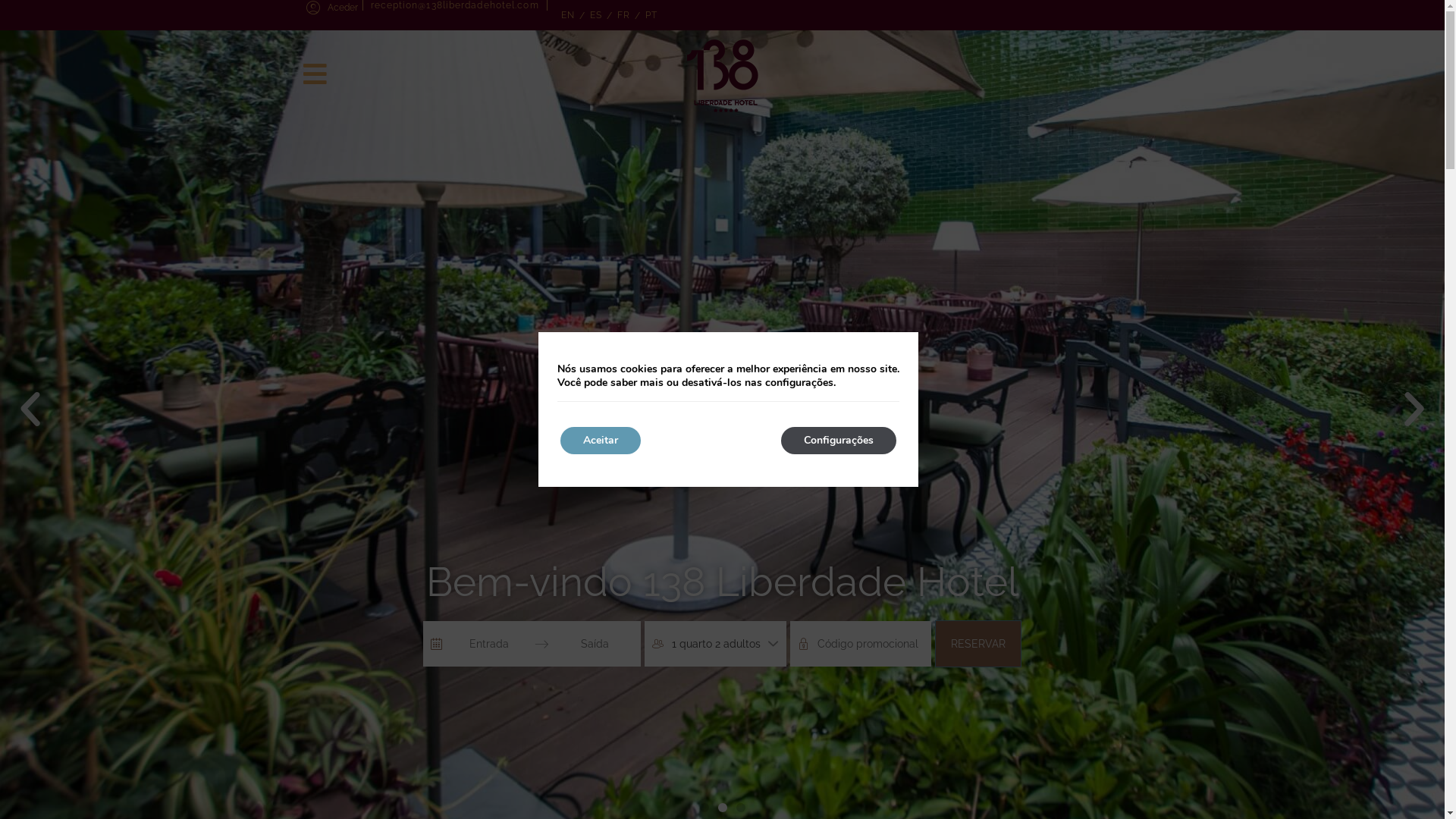  I want to click on 'ES', so click(595, 14).